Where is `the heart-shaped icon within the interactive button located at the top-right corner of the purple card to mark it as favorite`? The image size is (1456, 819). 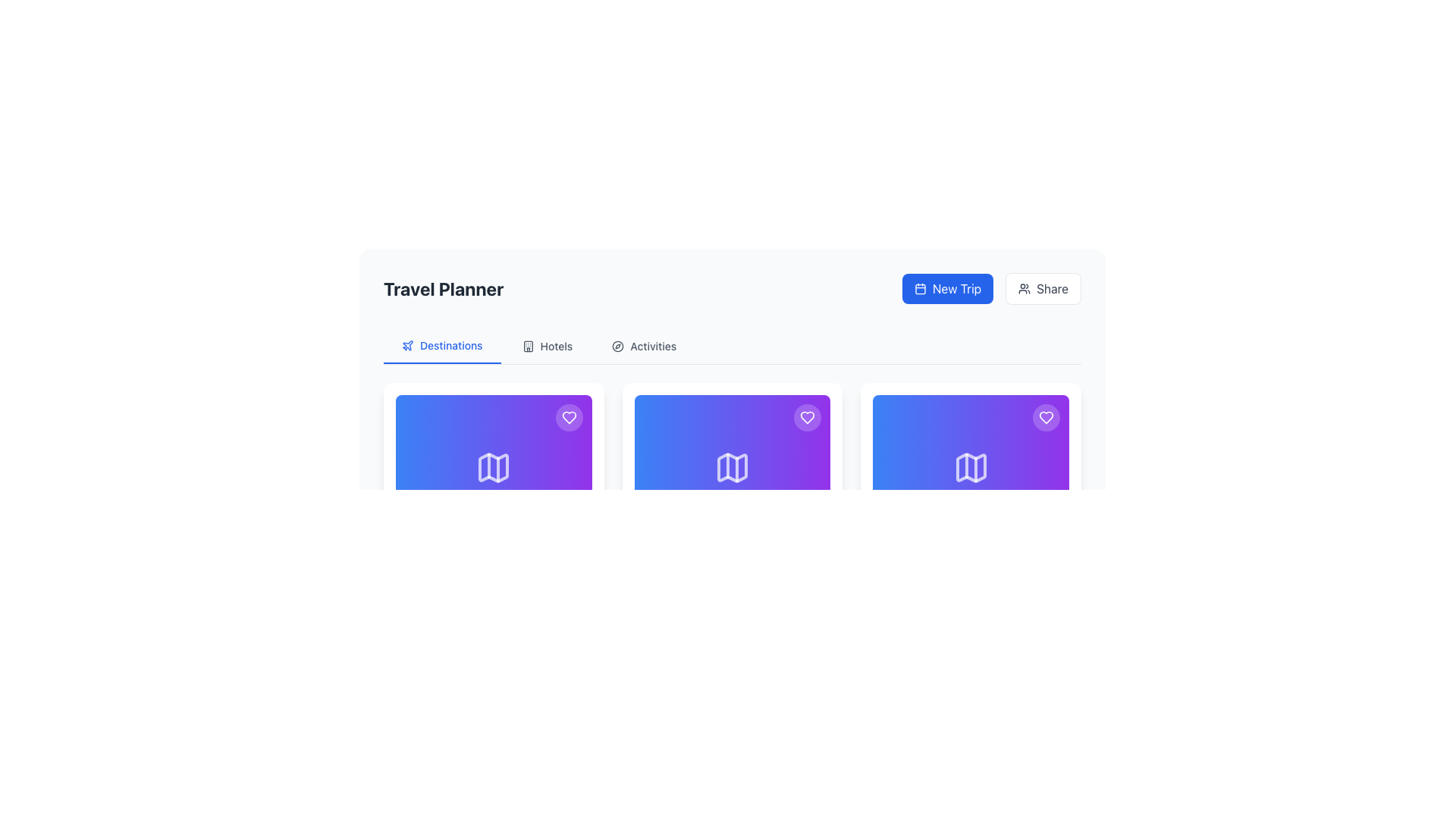 the heart-shaped icon within the interactive button located at the top-right corner of the purple card to mark it as favorite is located at coordinates (807, 418).